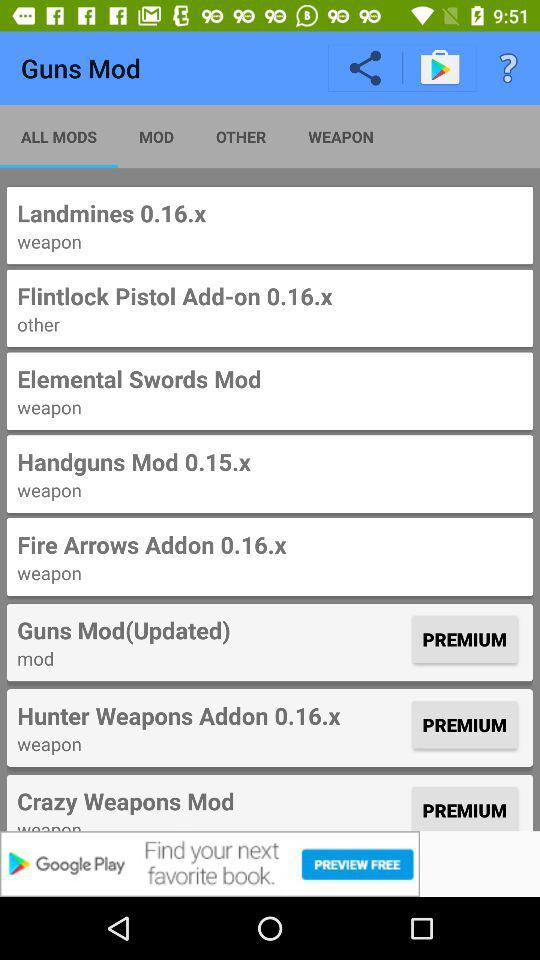 The height and width of the screenshot is (960, 540). I want to click on the fire arrows addon 016x, so click(270, 556).